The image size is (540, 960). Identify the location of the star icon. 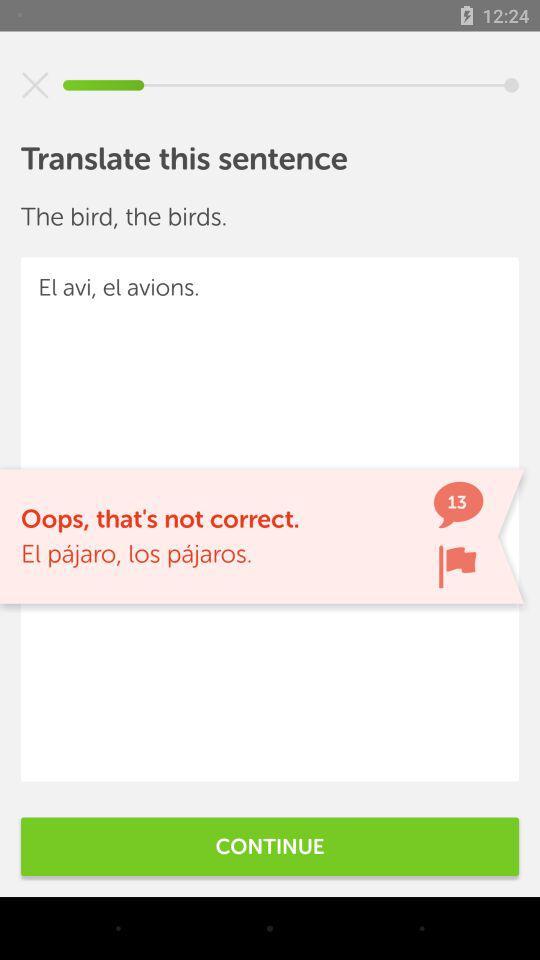
(35, 85).